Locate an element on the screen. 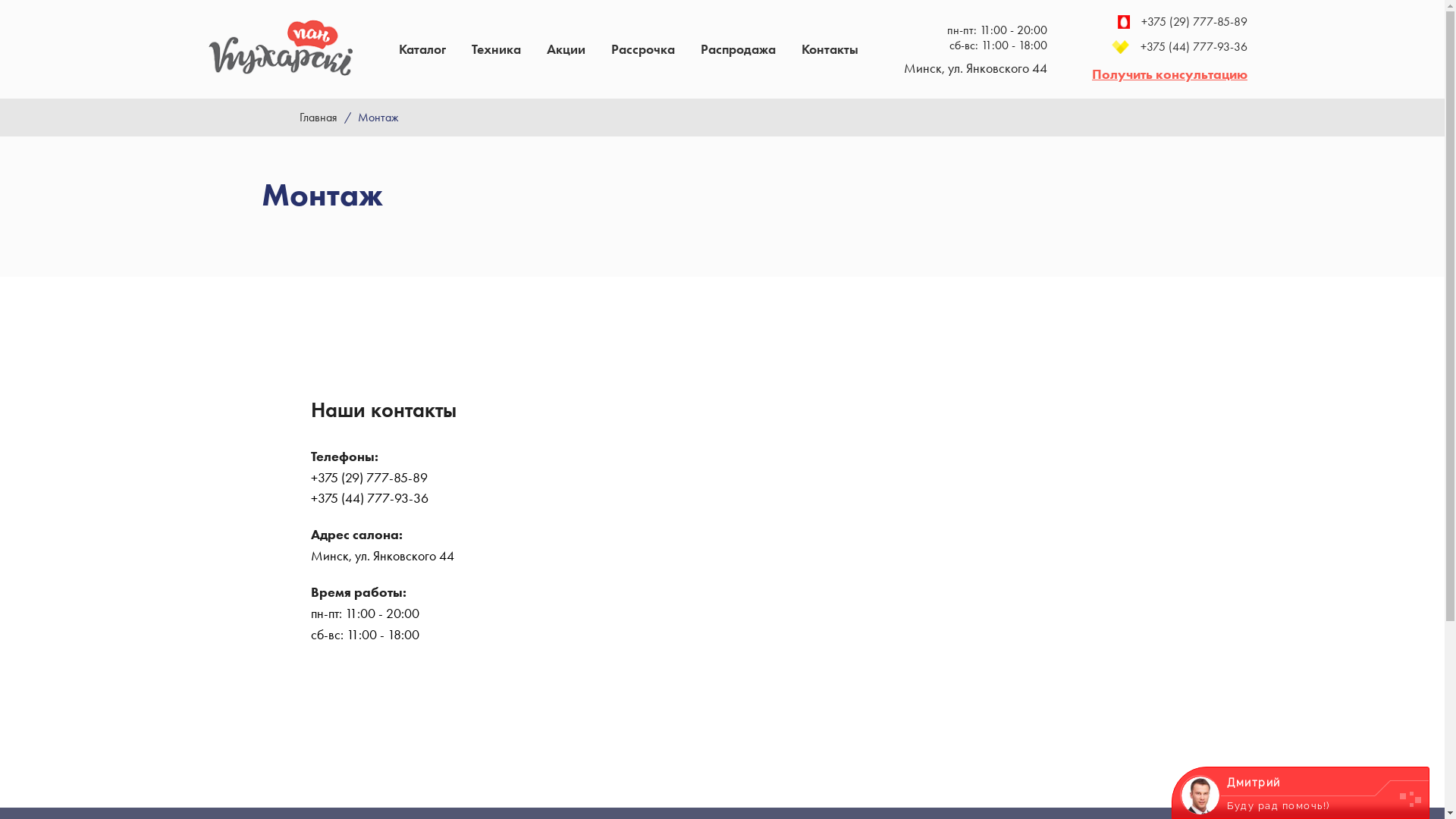  '+375 (44) 777-93-36' is located at coordinates (1169, 45).